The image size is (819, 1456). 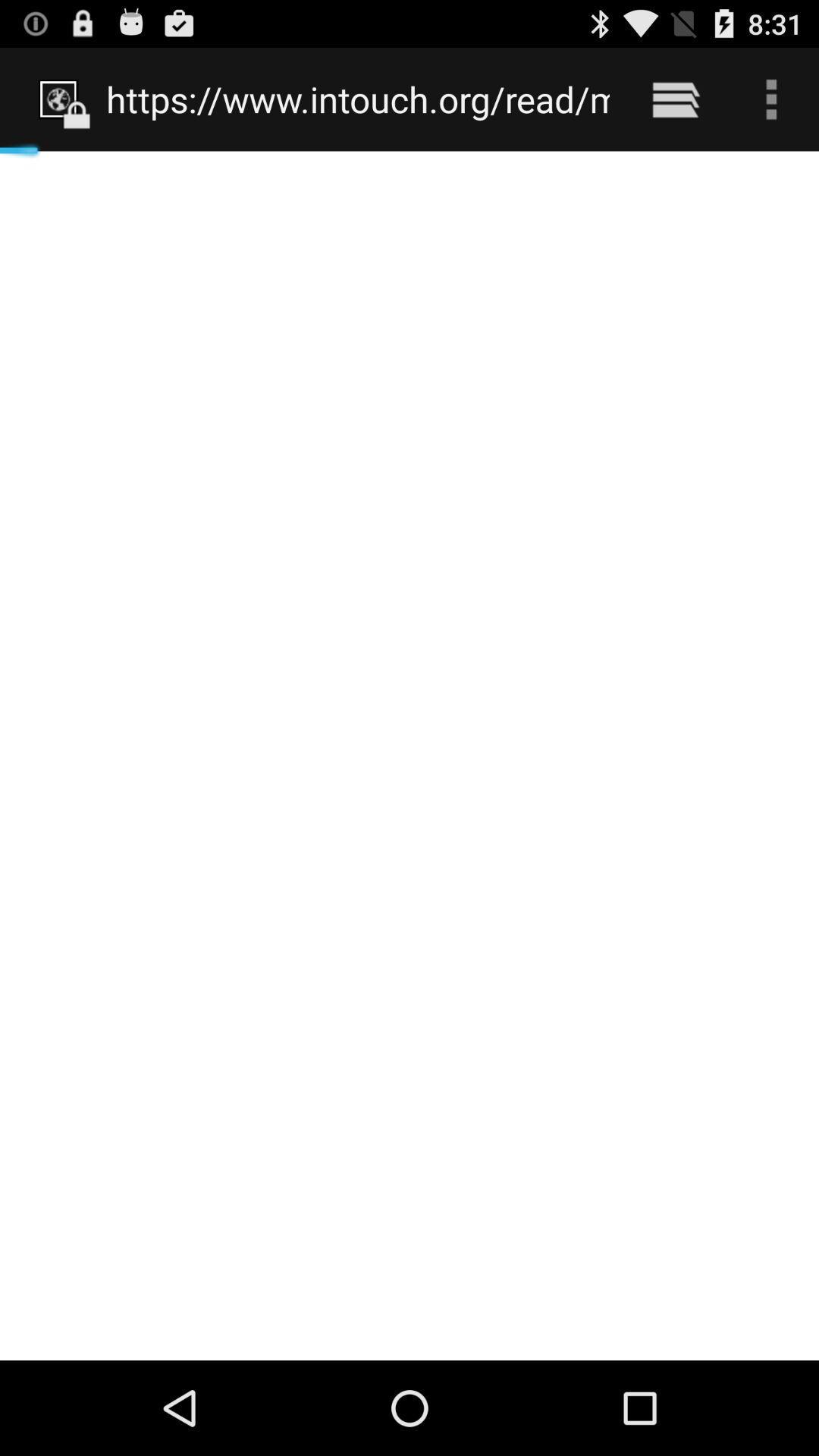 I want to click on item to the right of the https www intouch, so click(x=675, y=99).